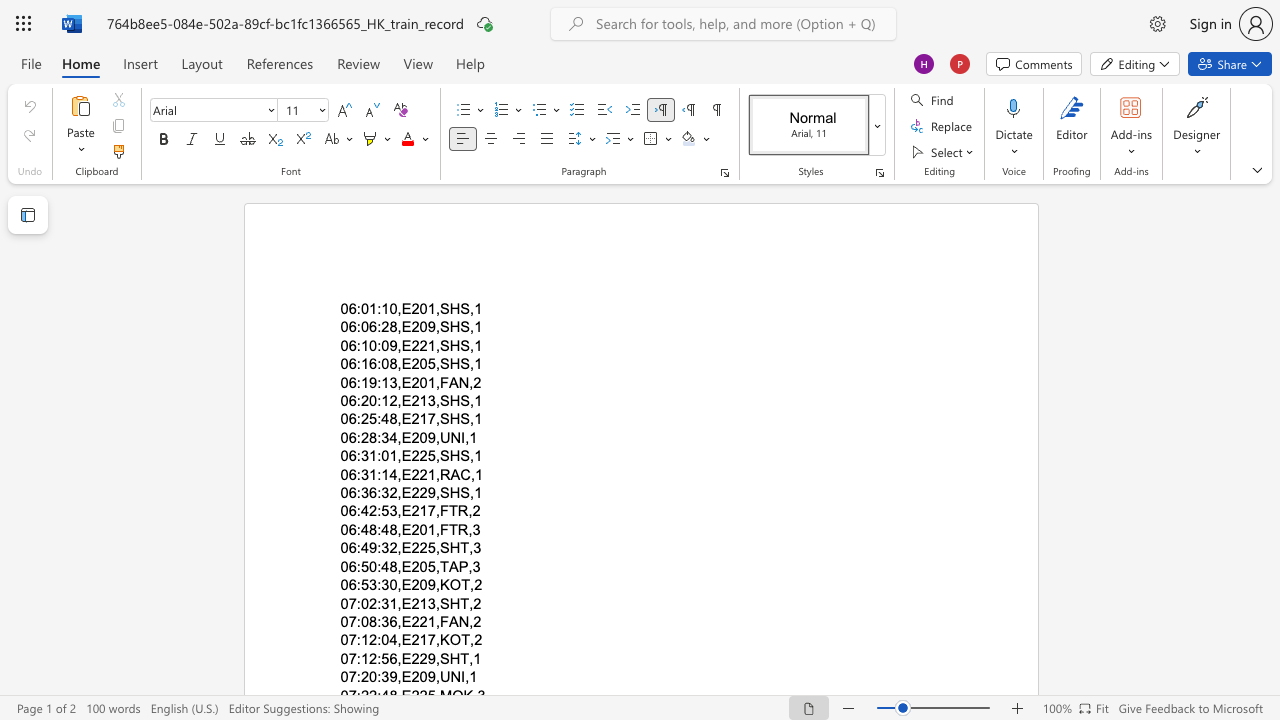 The height and width of the screenshot is (720, 1280). Describe the element at coordinates (340, 309) in the screenshot. I see `the subset text "06:01:10,E201,SHS," within the text "06:01:10,E201,SHS,1"` at that location.